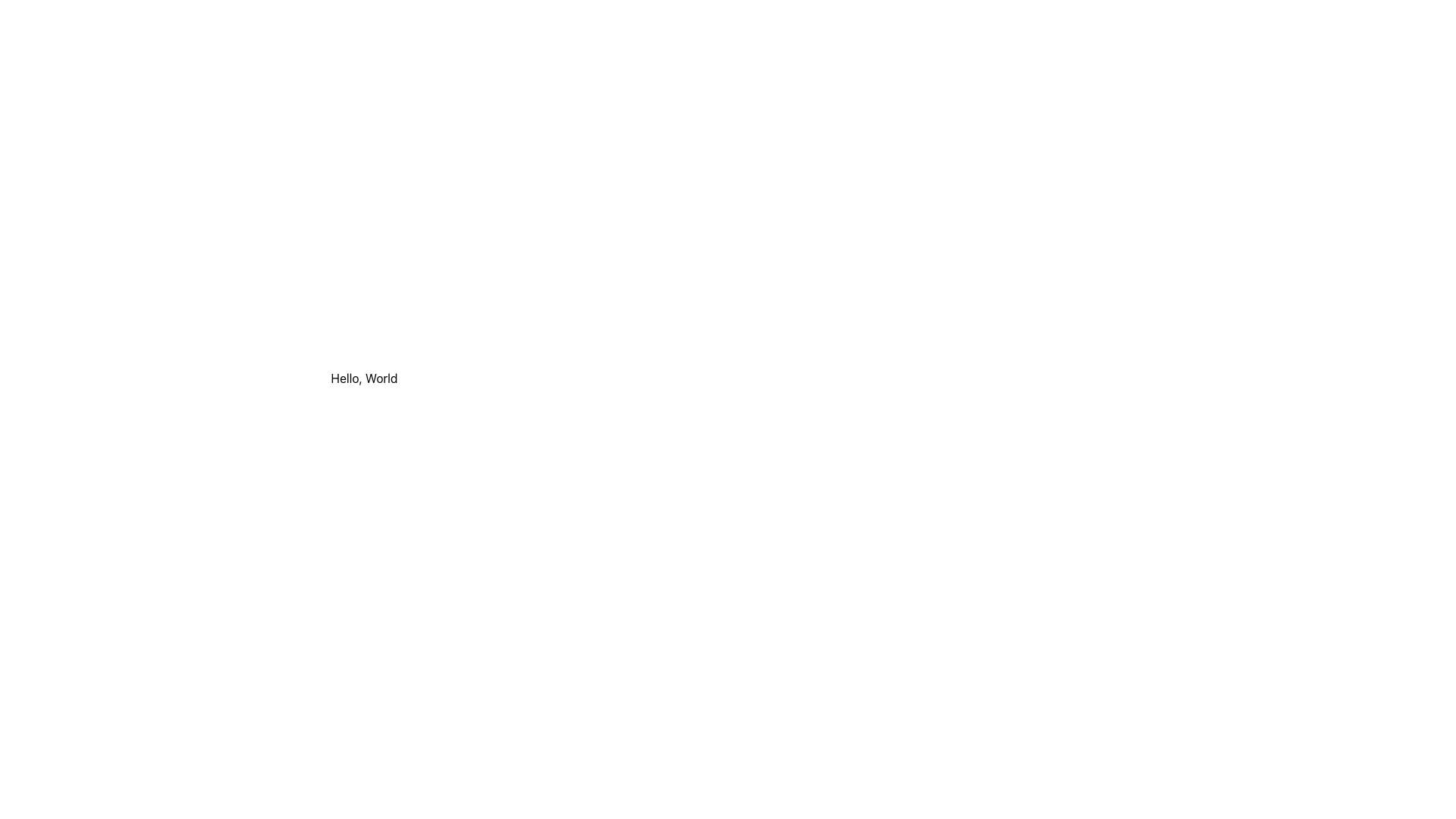 This screenshot has height=819, width=1456. Describe the element at coordinates (364, 377) in the screenshot. I see `the Static Text Display that shows 'Hello, World', which is centered within a white box` at that location.